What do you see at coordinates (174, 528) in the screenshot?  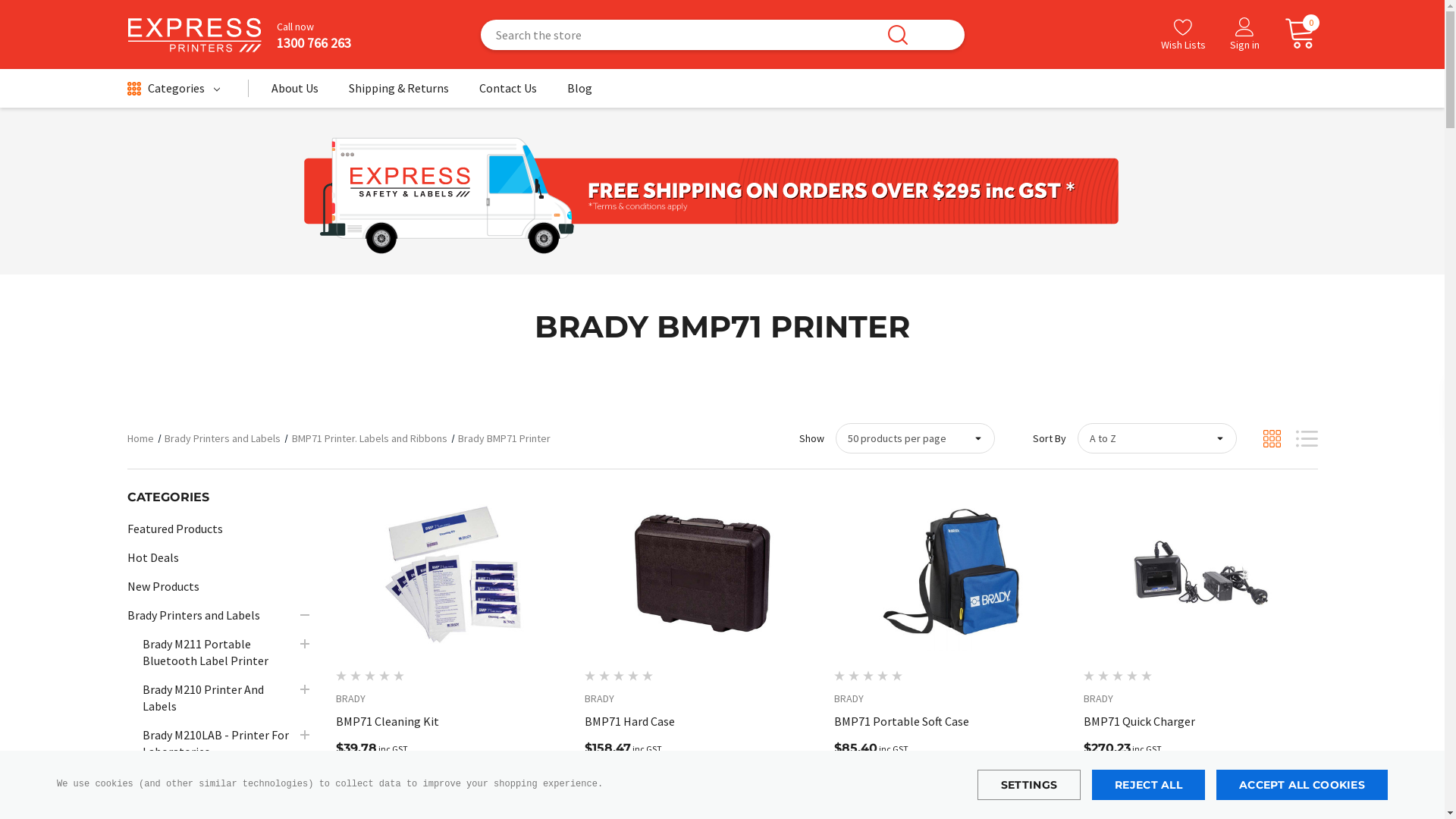 I see `'Featured Products'` at bounding box center [174, 528].